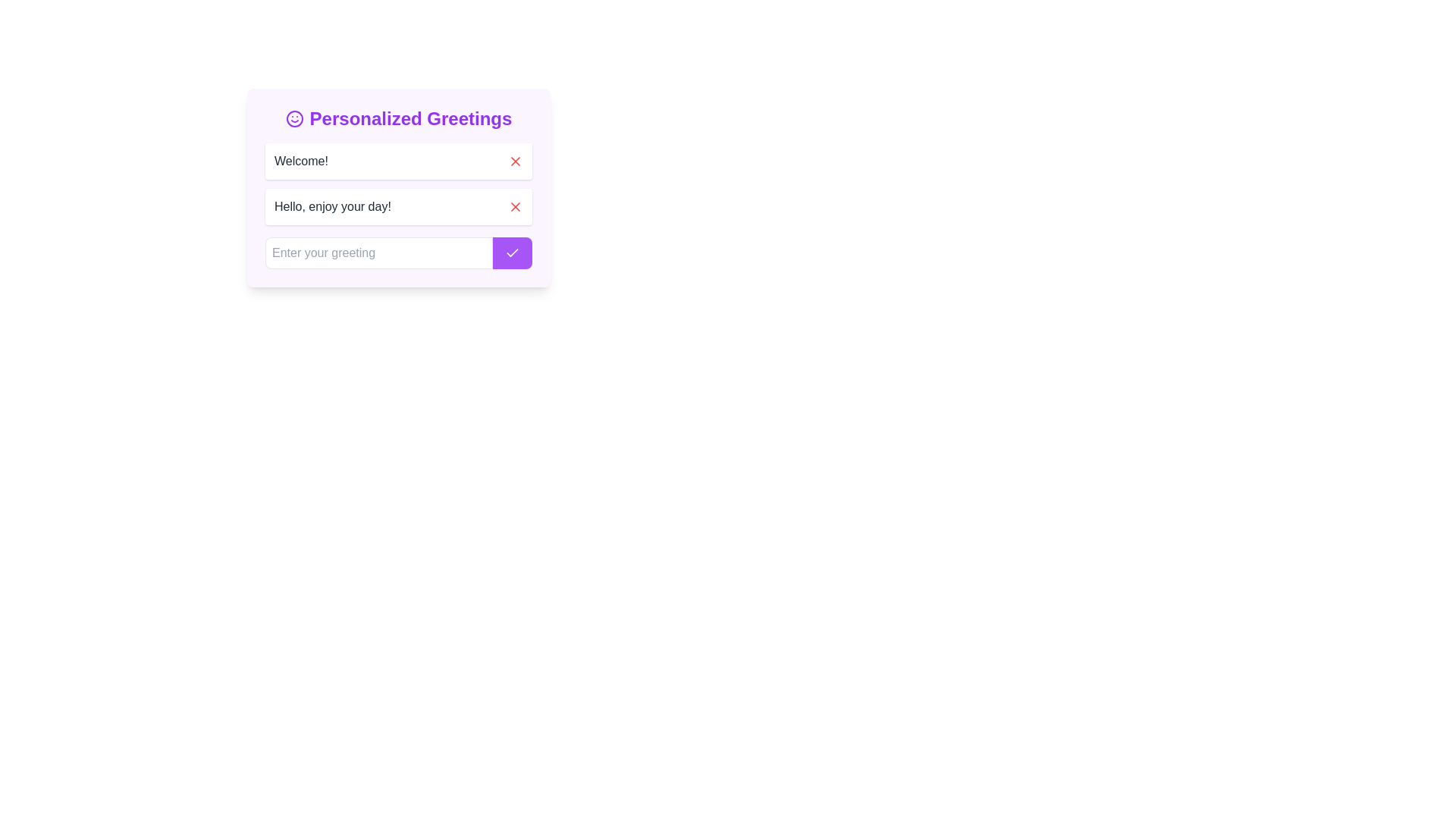 The width and height of the screenshot is (1456, 819). I want to click on the red 'X' close button located at the far right edge of the white rectangular box containing the text 'Welcome!', so click(516, 161).